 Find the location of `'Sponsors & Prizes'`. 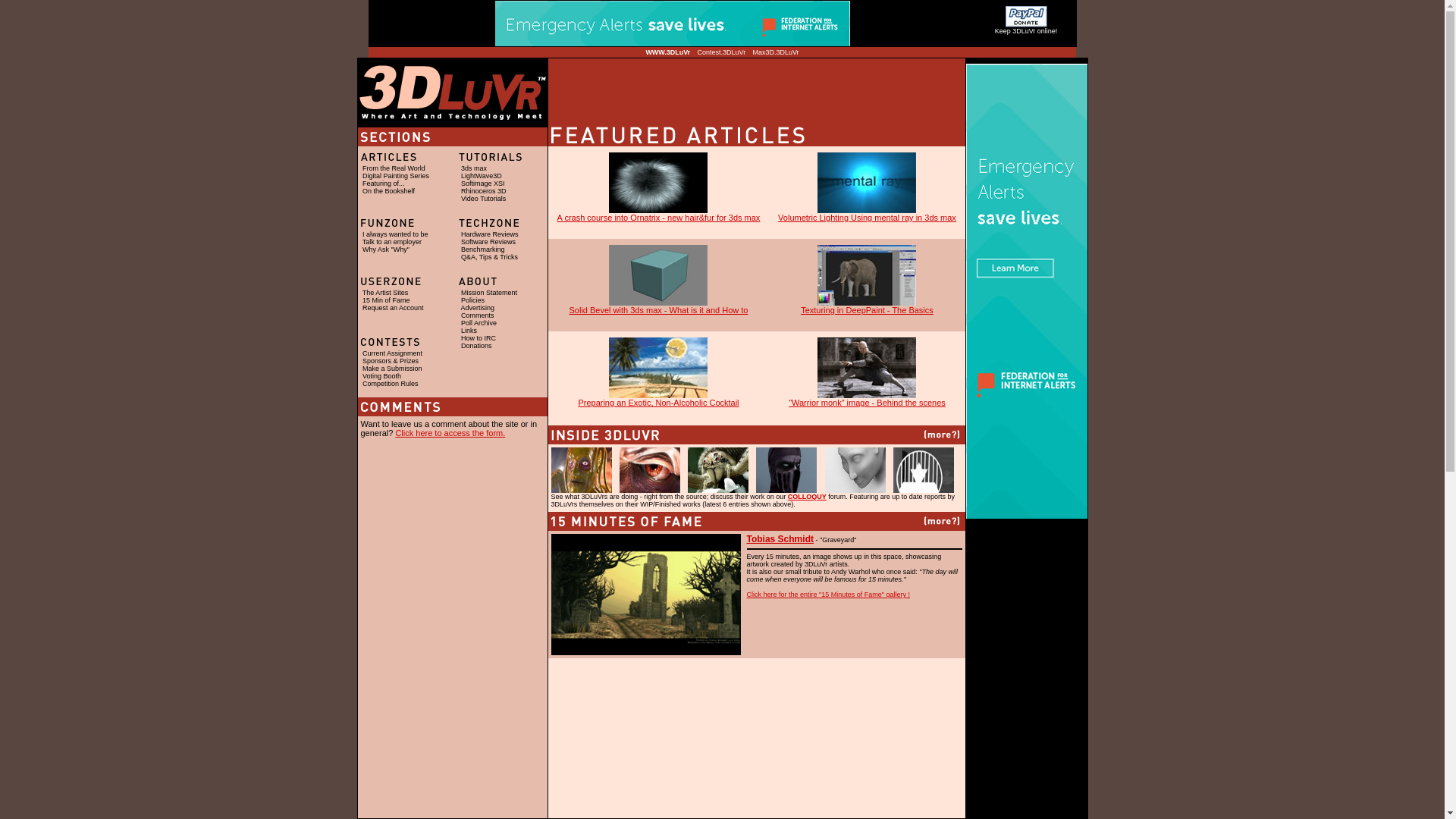

'Sponsors & Prizes' is located at coordinates (390, 360).